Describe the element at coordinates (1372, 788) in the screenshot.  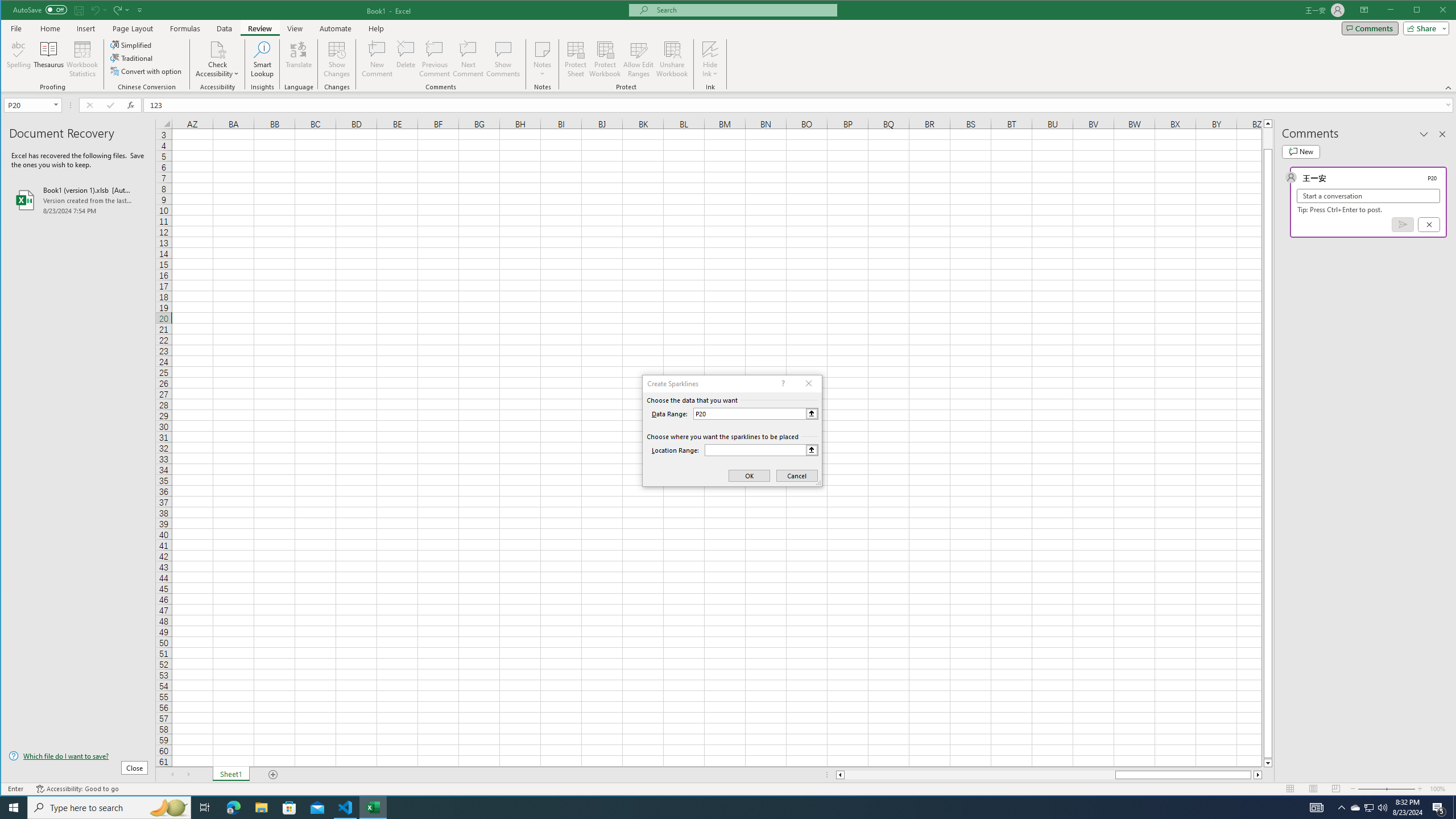
I see `'Zoom Out'` at that location.